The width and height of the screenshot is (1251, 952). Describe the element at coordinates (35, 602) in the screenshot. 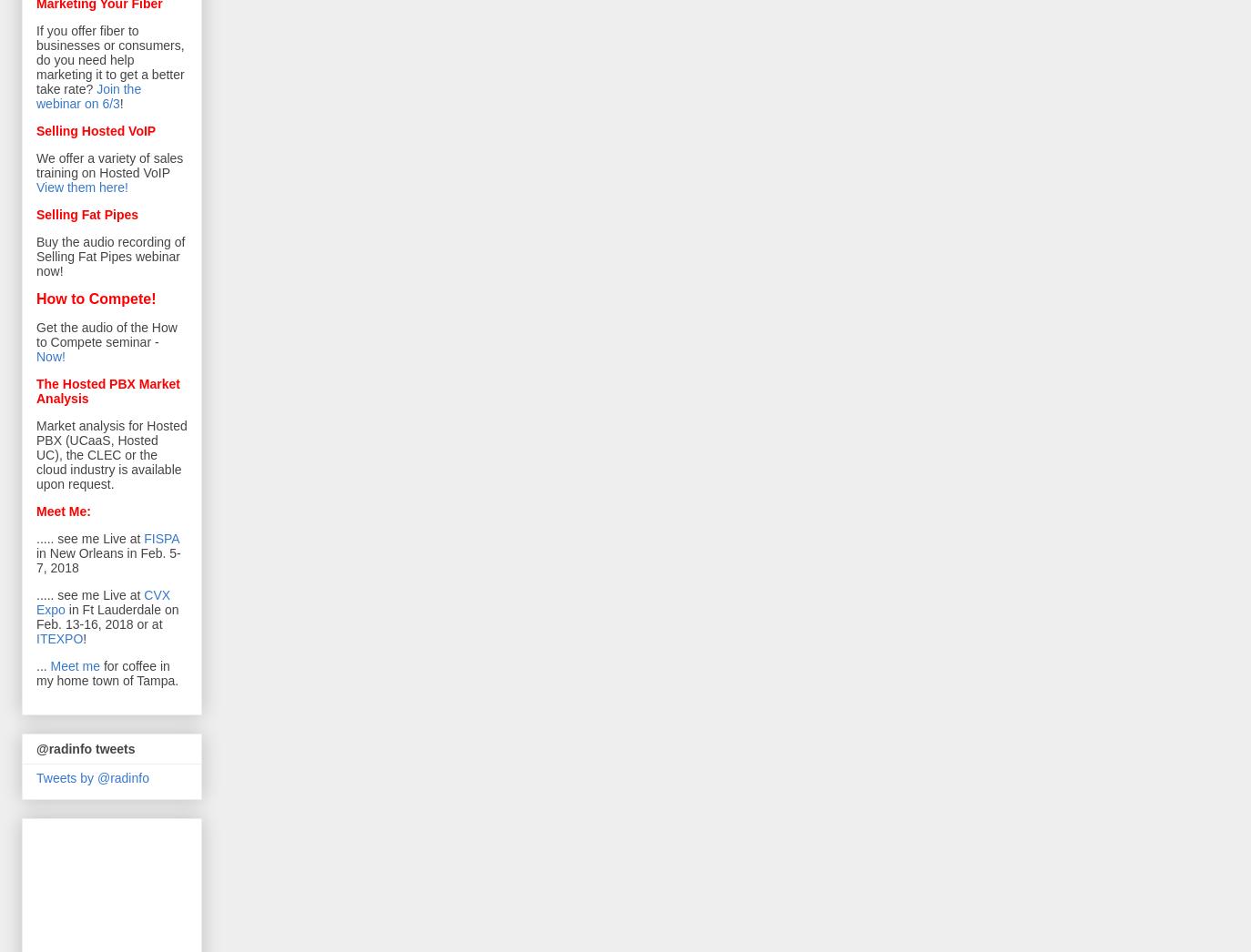

I see `'CVX Expo'` at that location.